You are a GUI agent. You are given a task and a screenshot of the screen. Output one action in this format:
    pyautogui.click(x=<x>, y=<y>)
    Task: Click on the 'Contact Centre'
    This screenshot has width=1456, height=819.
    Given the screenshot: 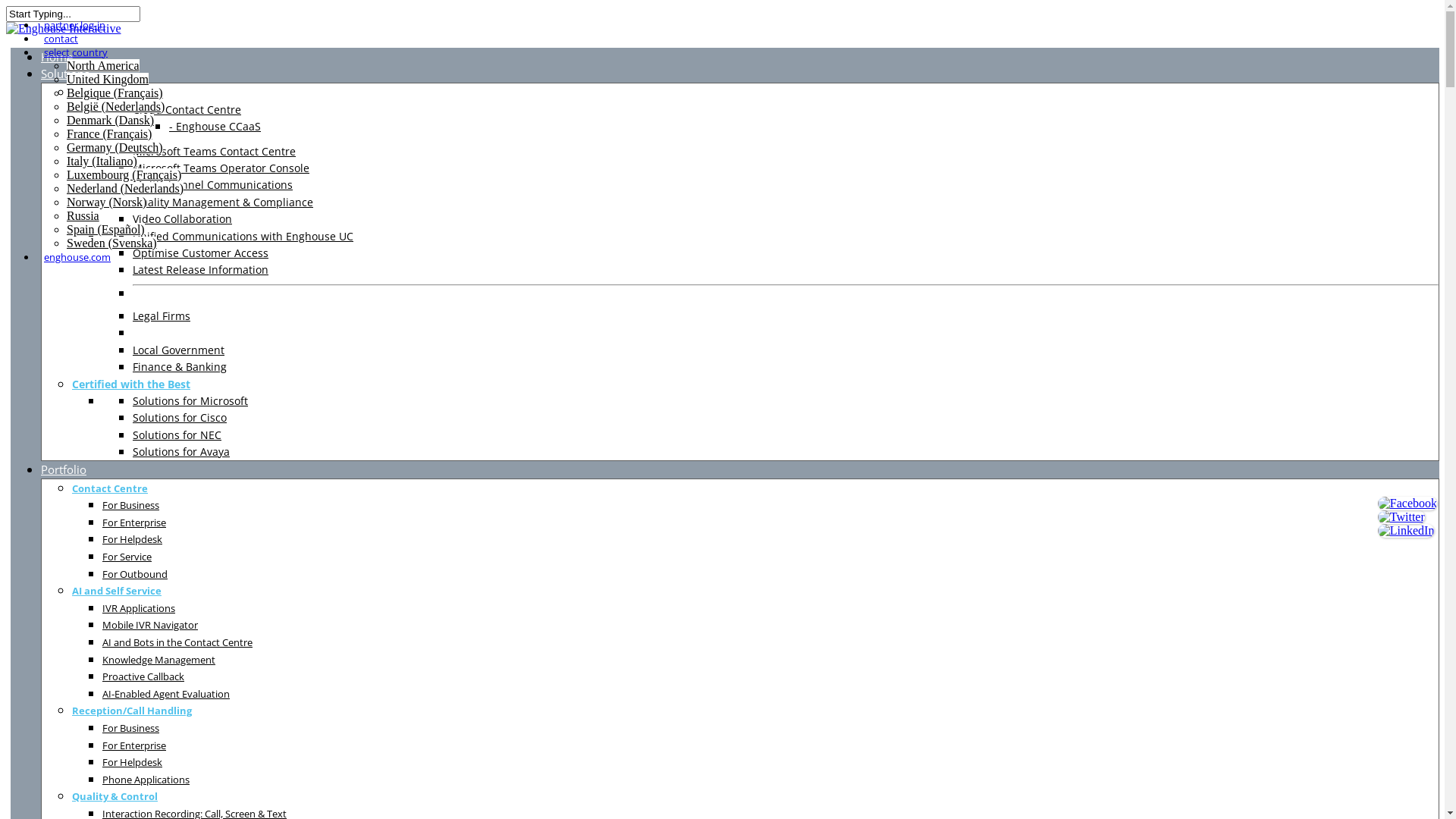 What is the action you would take?
    pyautogui.click(x=108, y=488)
    